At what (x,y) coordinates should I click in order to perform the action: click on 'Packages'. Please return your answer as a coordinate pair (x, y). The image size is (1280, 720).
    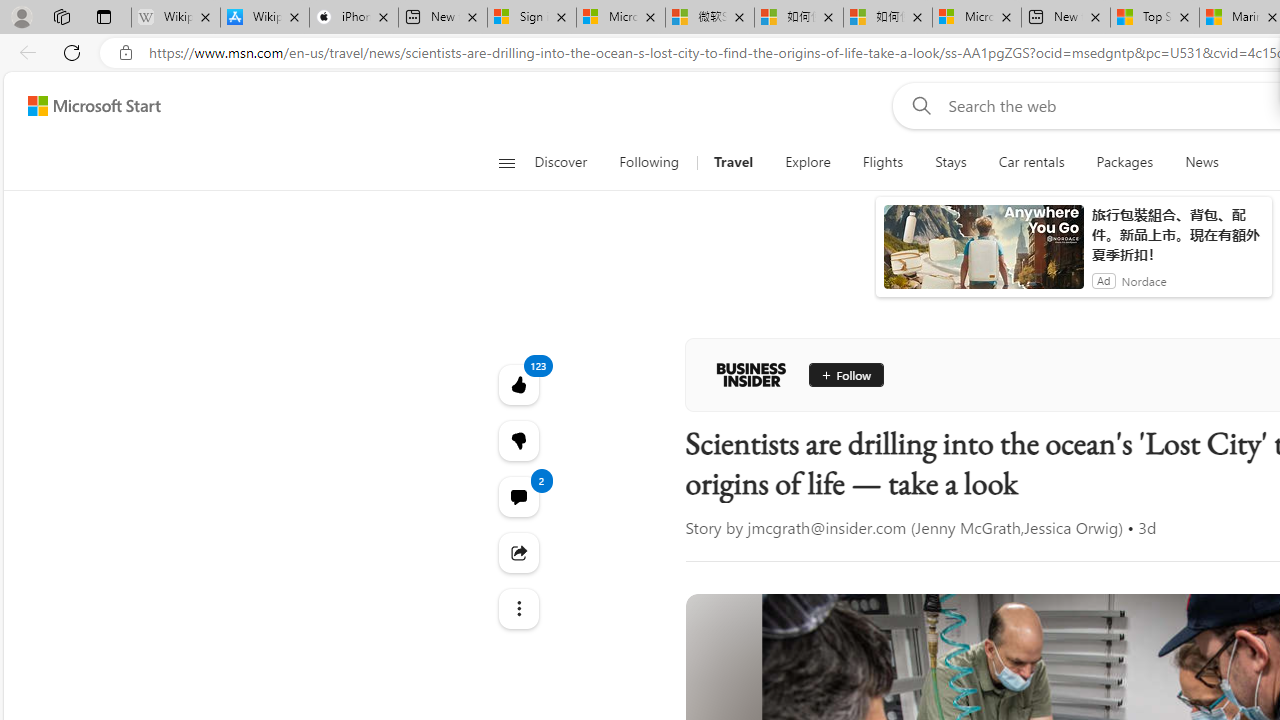
    Looking at the image, I should click on (1125, 162).